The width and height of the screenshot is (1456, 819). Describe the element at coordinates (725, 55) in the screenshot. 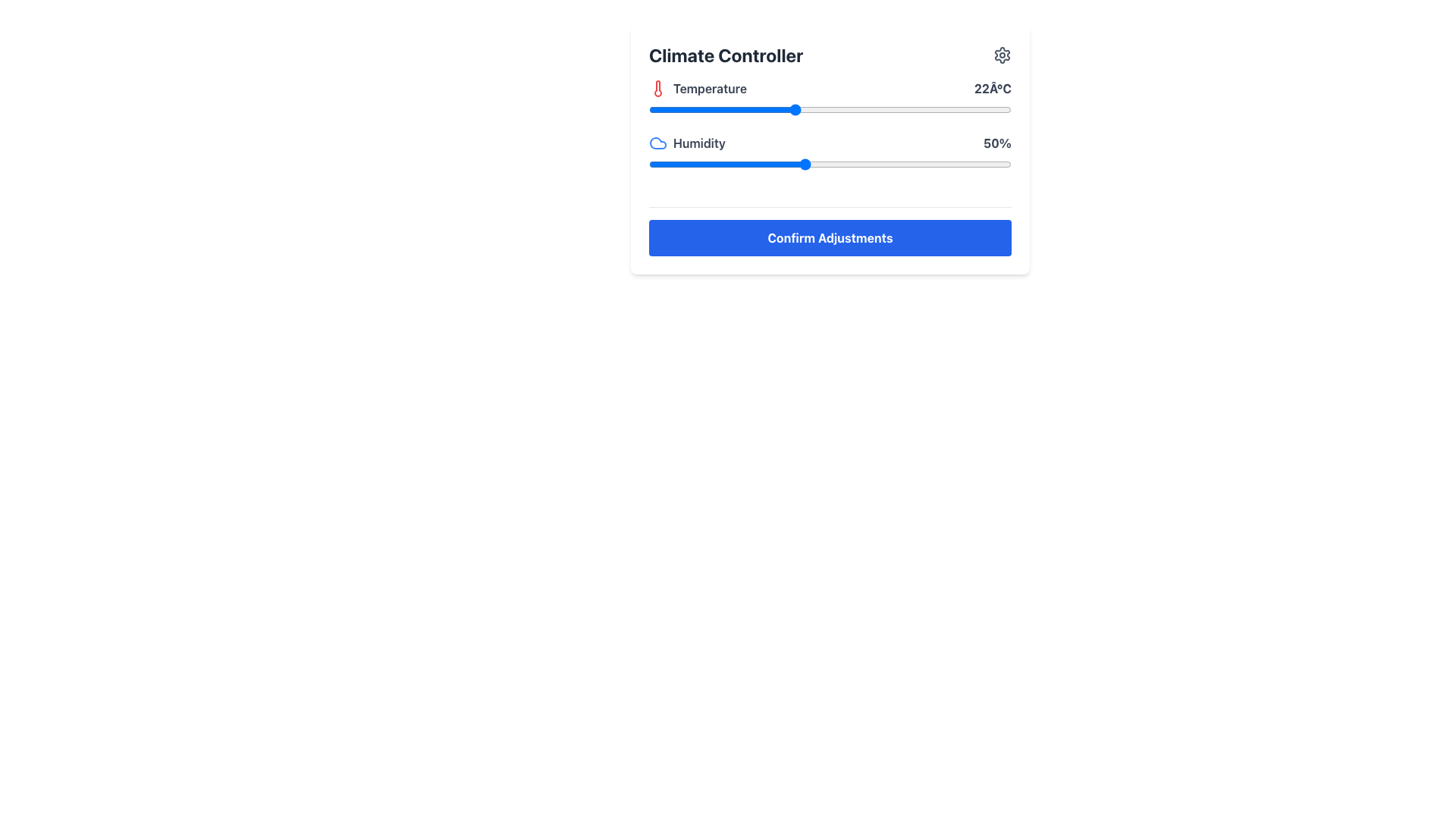

I see `the Text Label that serves as a title for its associated section, positioned to the left of a settings icon` at that location.